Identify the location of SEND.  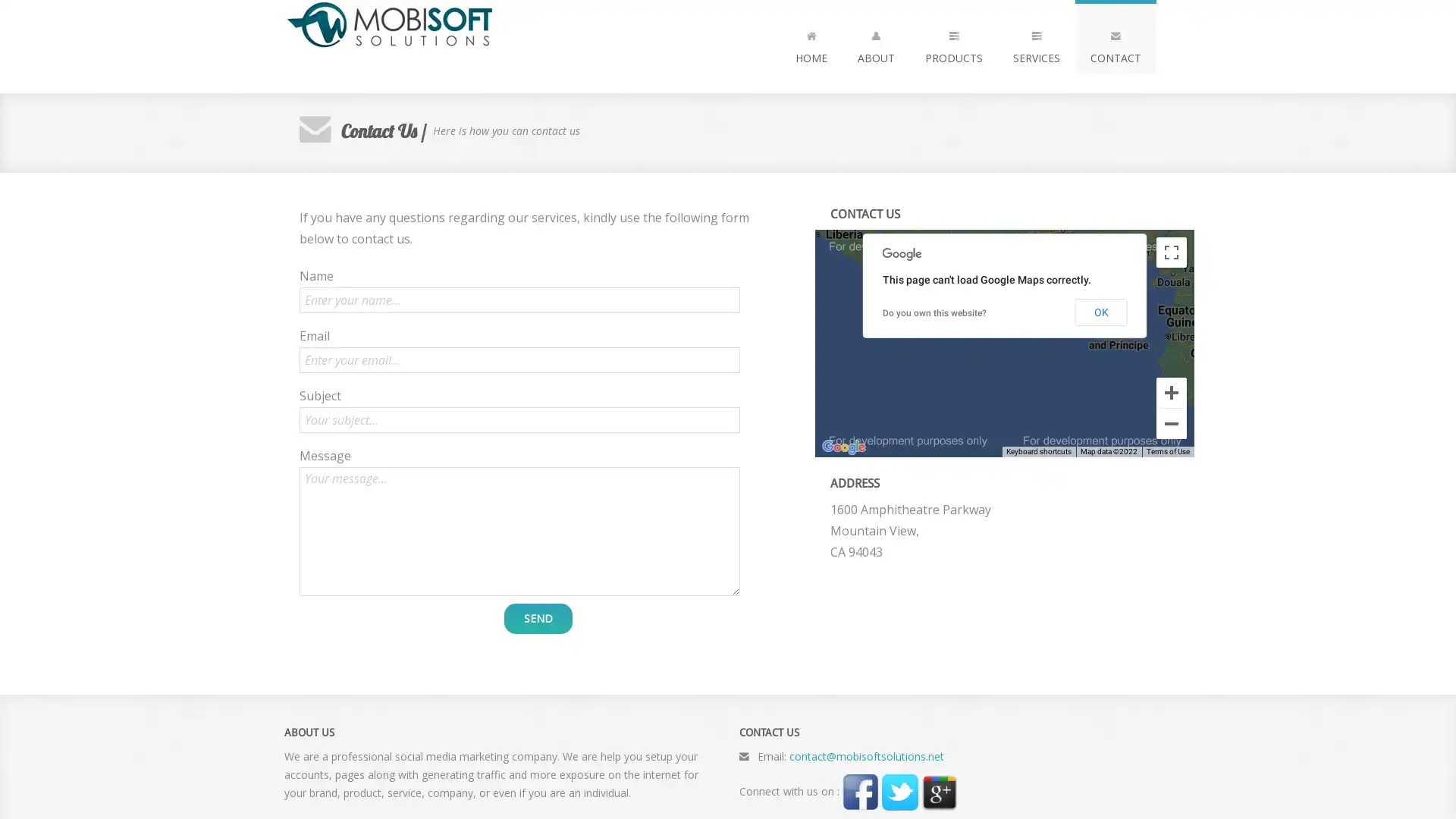
(538, 619).